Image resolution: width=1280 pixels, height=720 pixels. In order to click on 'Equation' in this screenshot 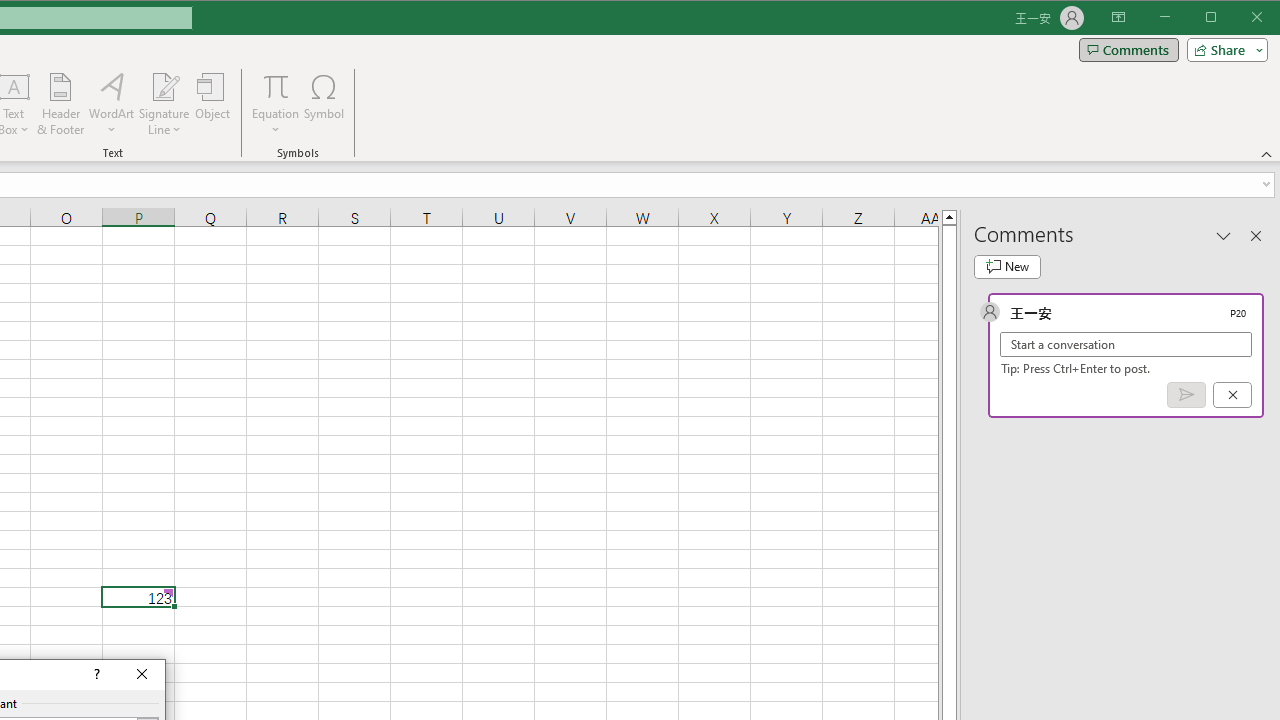, I will do `click(274, 85)`.